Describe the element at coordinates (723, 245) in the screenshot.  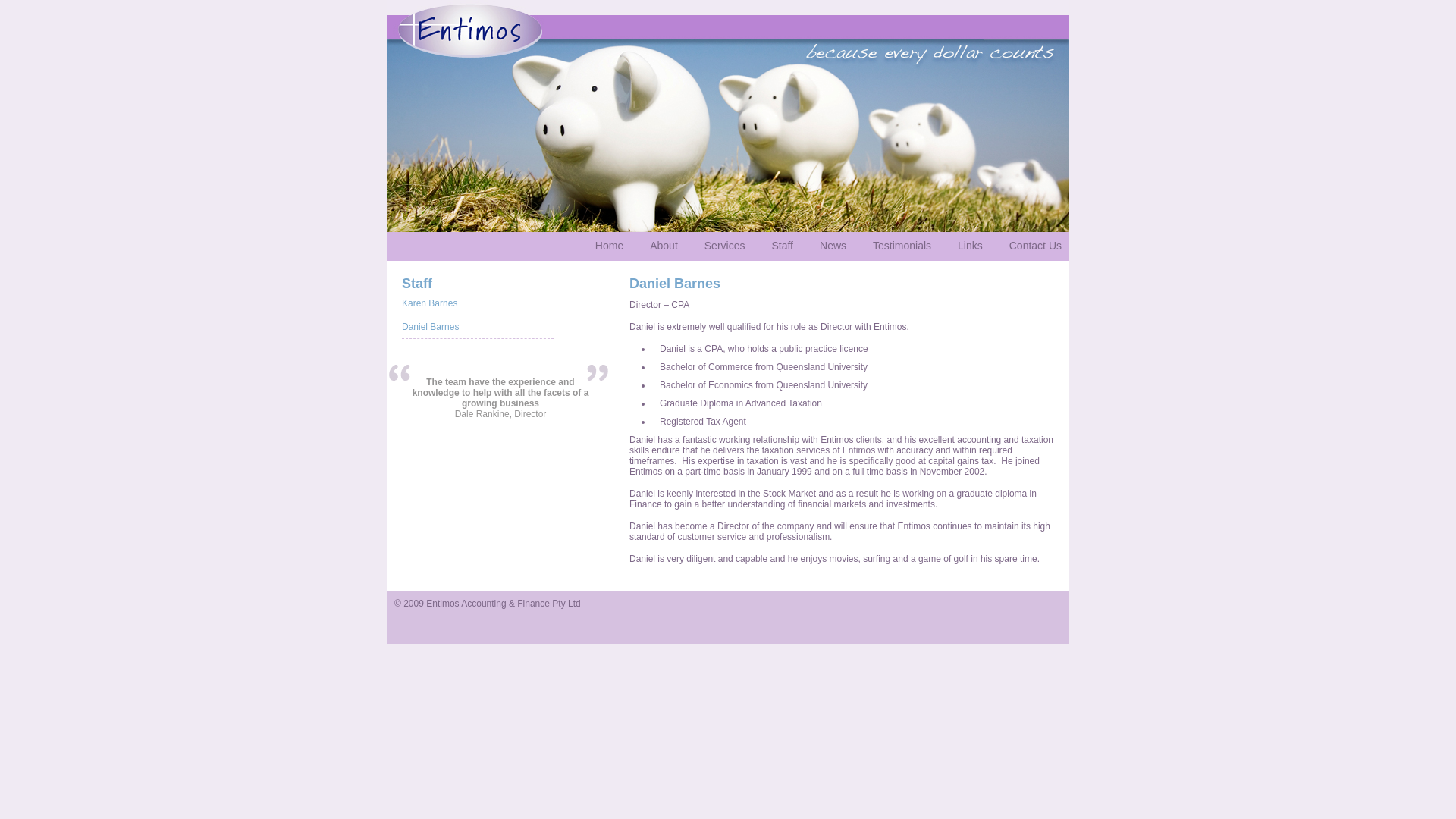
I see `'Services'` at that location.